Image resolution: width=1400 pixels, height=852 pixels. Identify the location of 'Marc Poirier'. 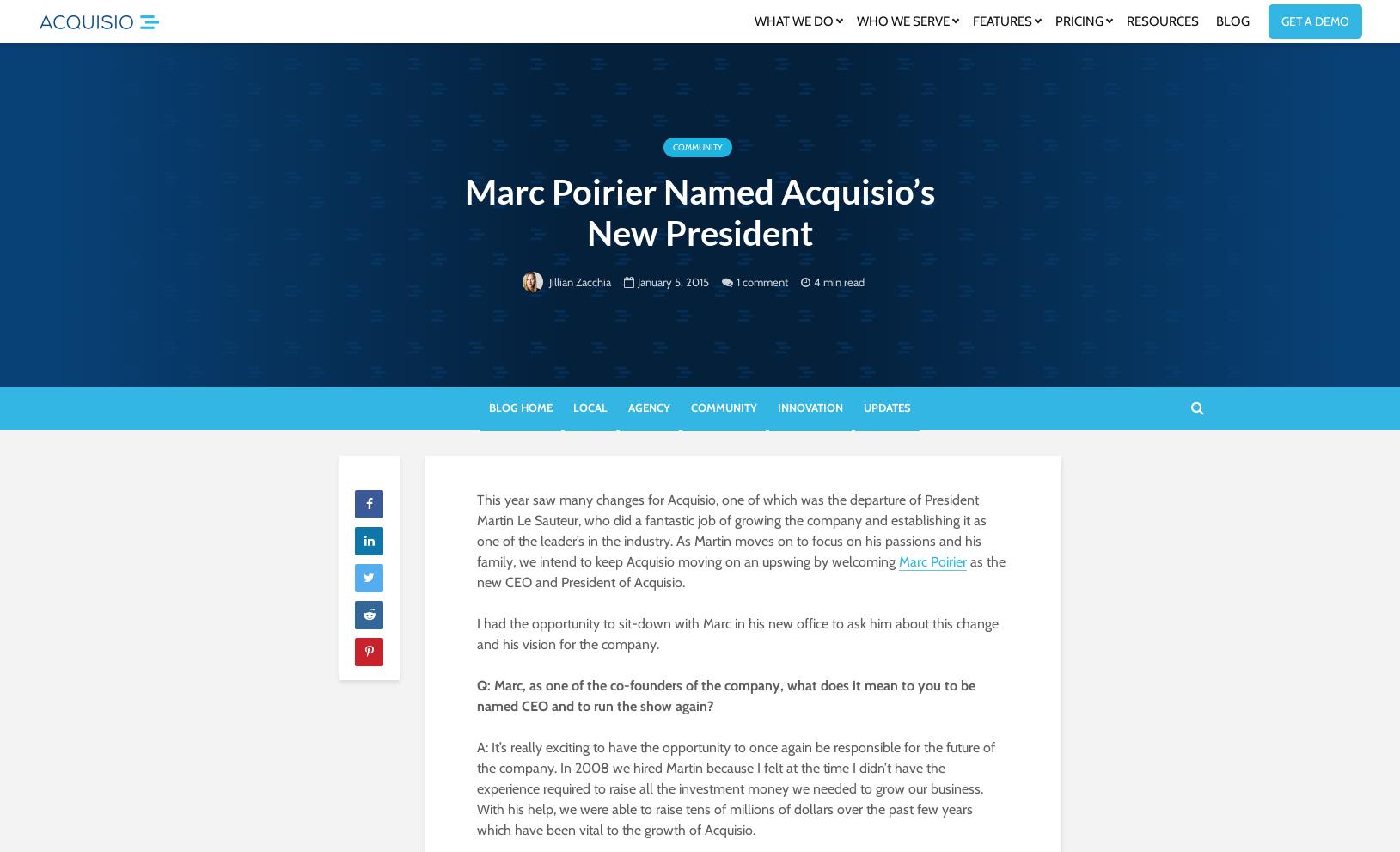
(931, 561).